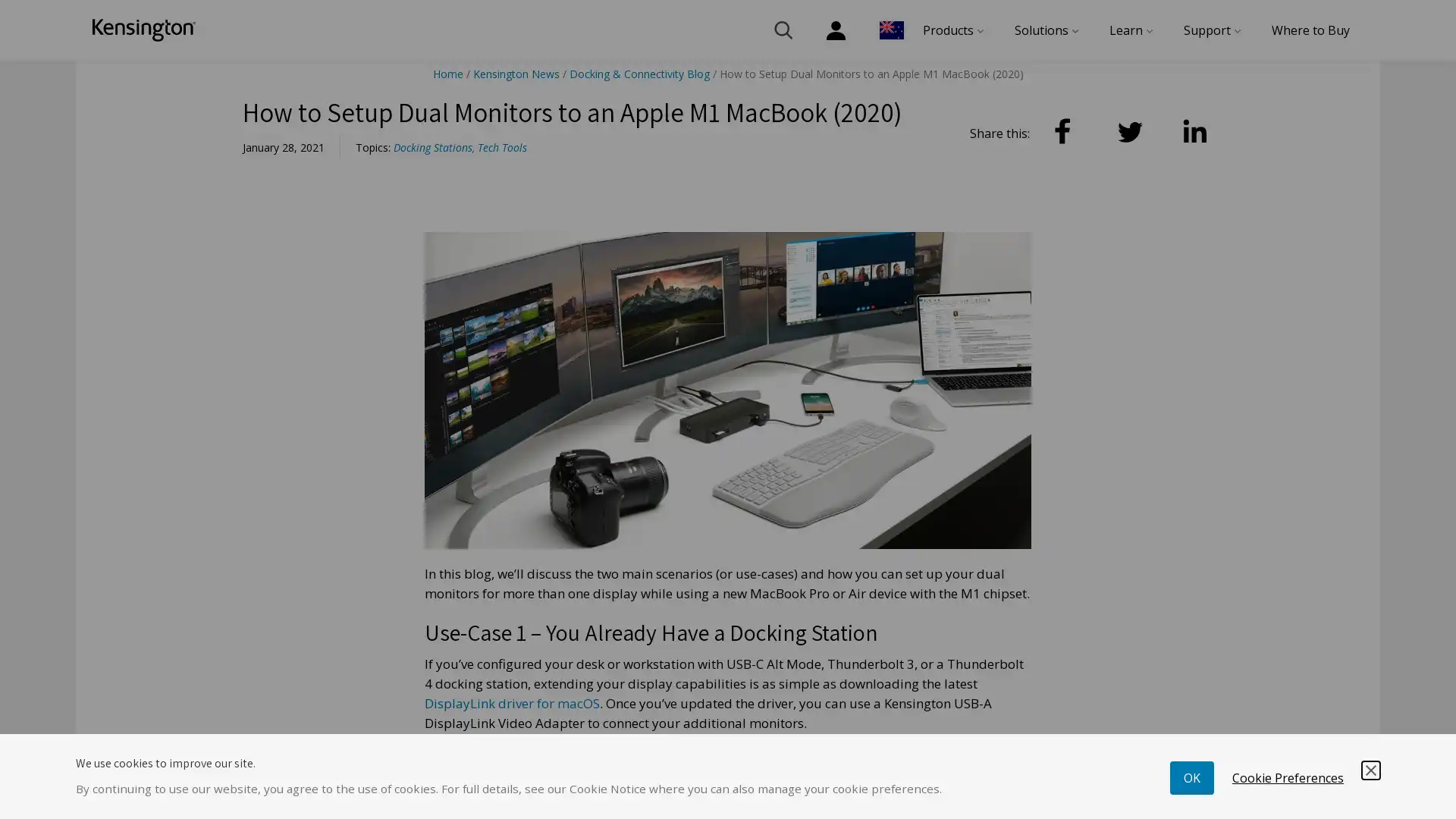 The height and width of the screenshot is (819, 1456). I want to click on Twitter, so click(1128, 130).